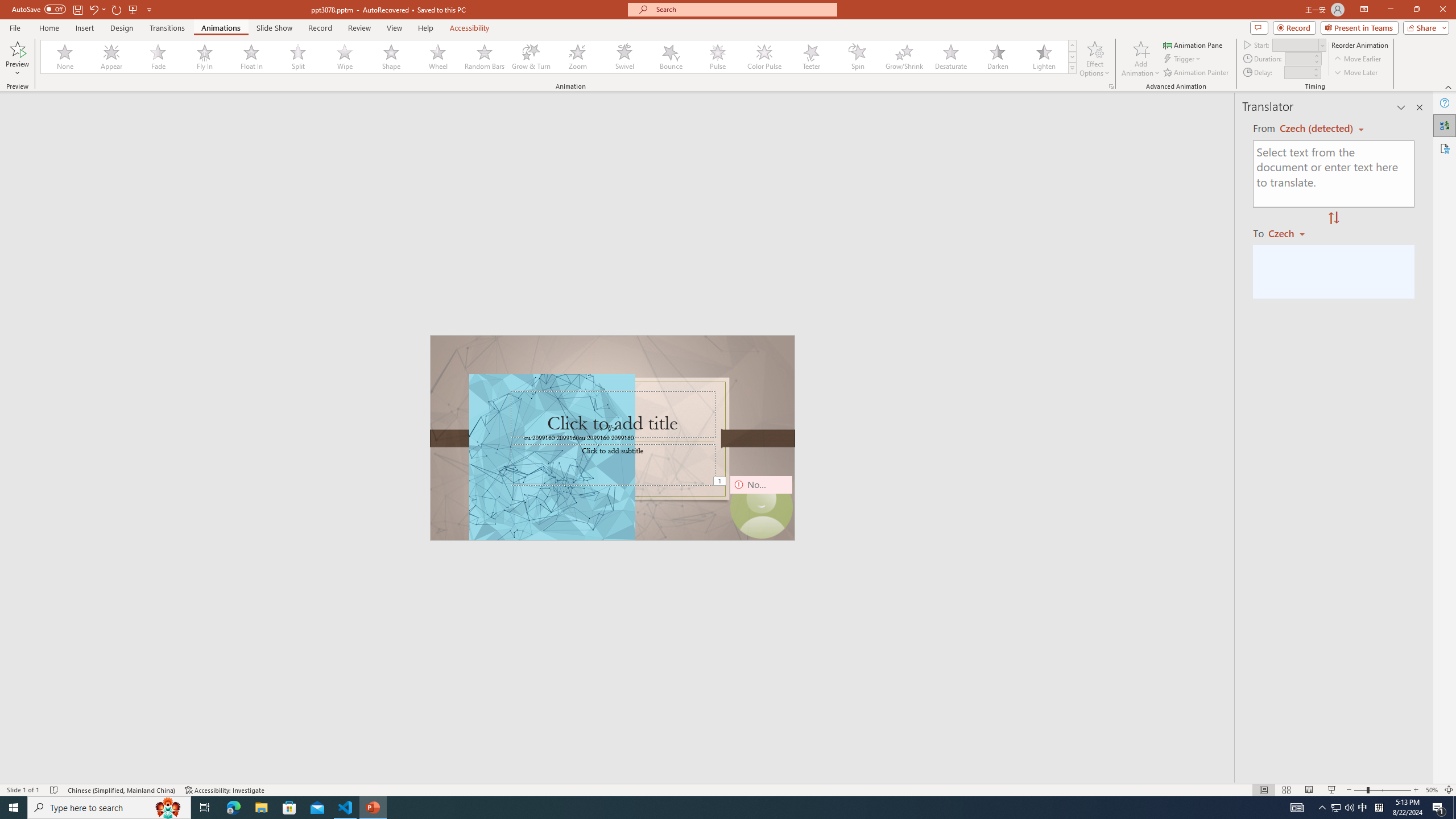  What do you see at coordinates (1291, 233) in the screenshot?
I see `'Czech'` at bounding box center [1291, 233].